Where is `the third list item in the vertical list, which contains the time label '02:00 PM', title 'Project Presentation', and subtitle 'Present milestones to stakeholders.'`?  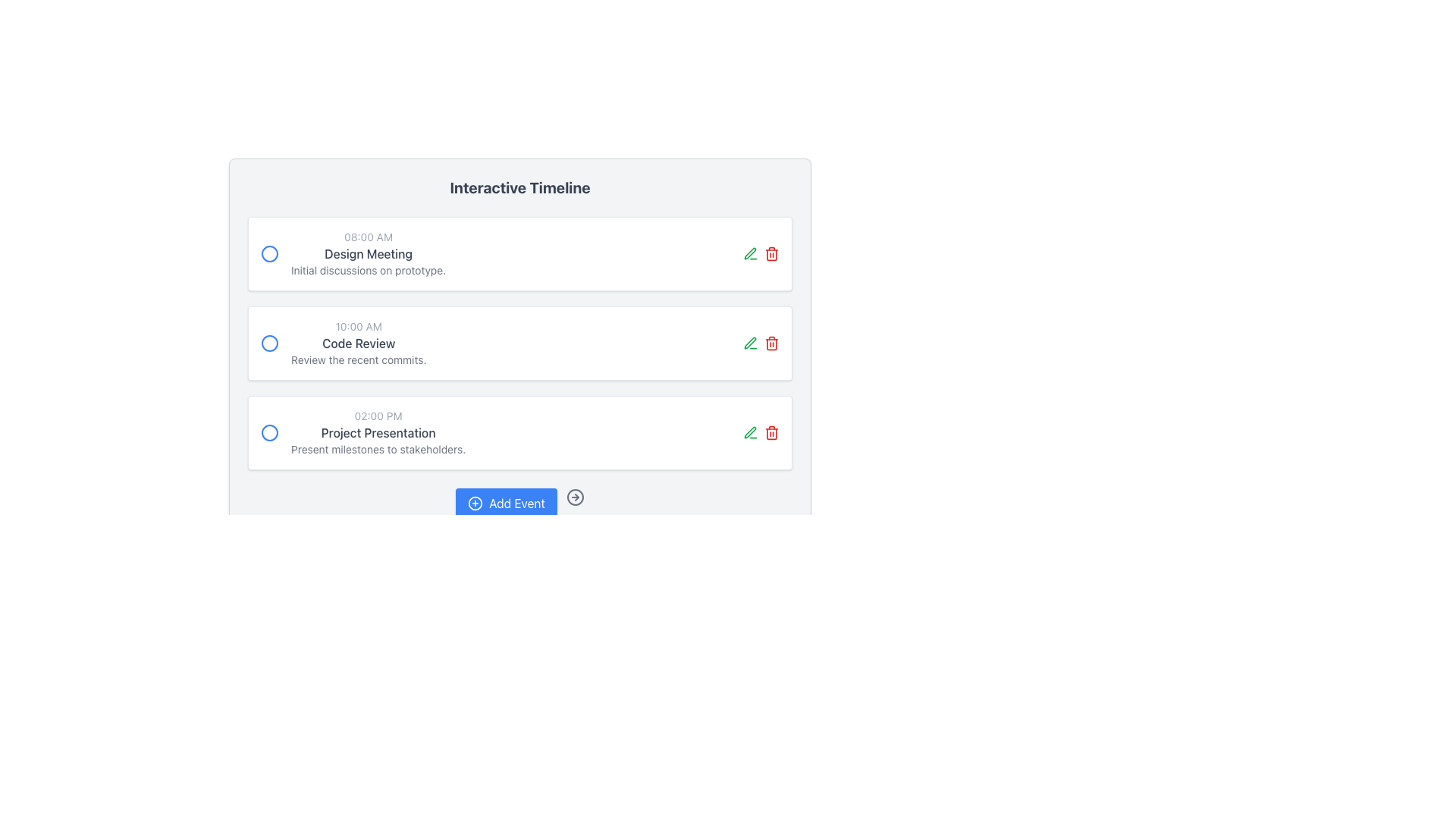
the third list item in the vertical list, which contains the time label '02:00 PM', title 'Project Presentation', and subtitle 'Present milestones to stakeholders.' is located at coordinates (362, 432).